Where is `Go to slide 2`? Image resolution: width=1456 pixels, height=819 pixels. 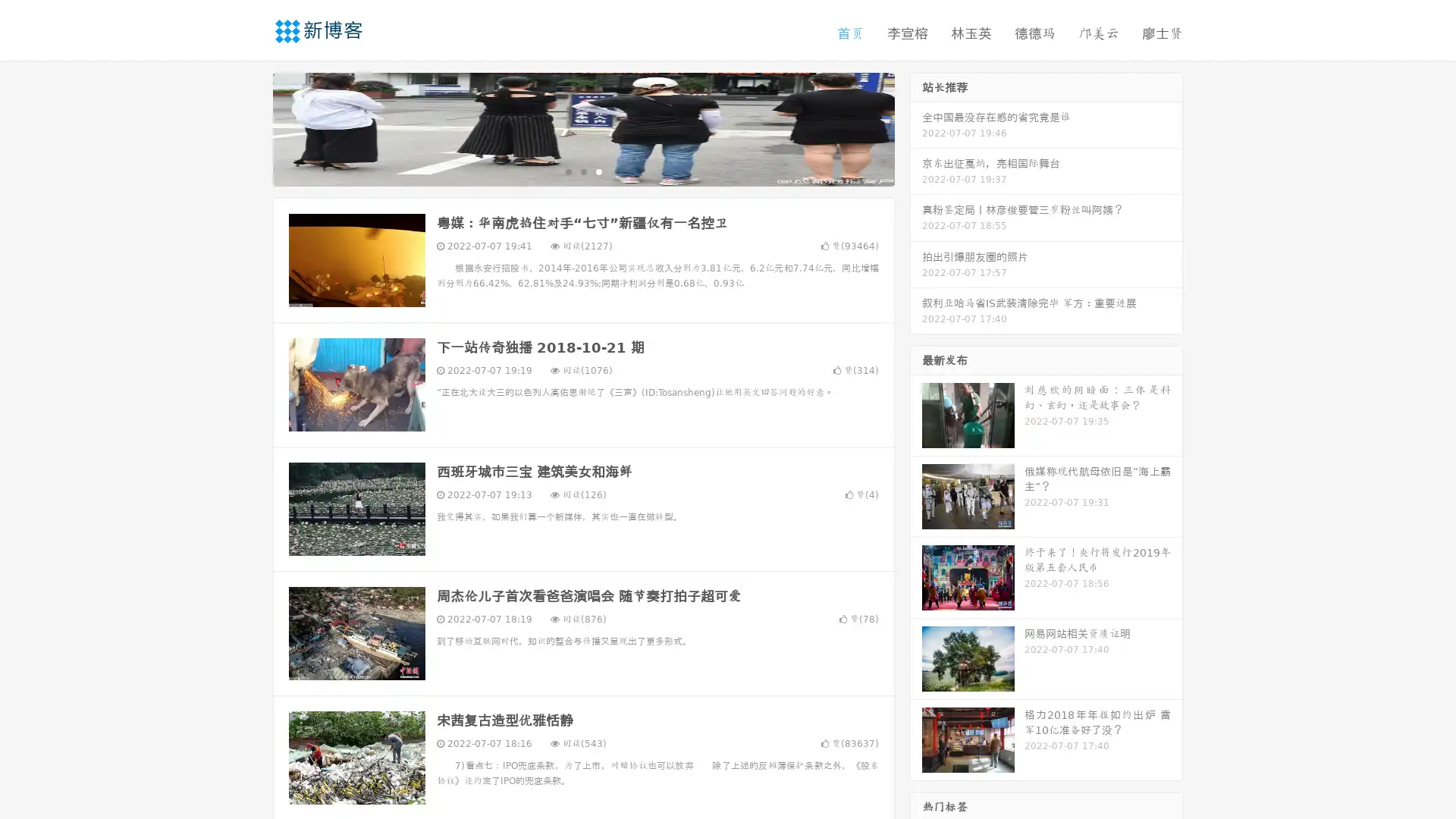 Go to slide 2 is located at coordinates (582, 171).